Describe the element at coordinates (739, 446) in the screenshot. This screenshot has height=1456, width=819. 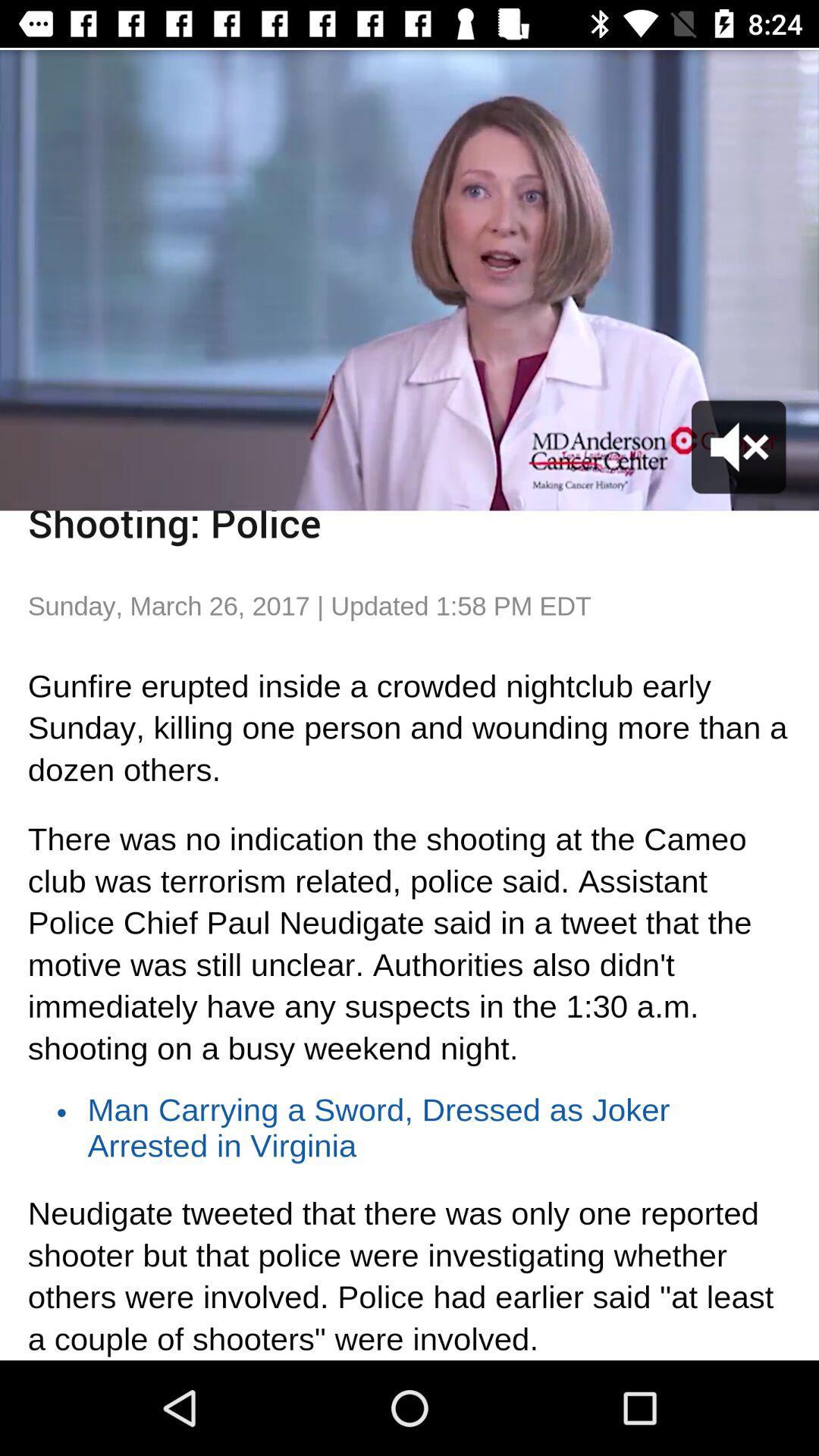
I see `the volume icon` at that location.